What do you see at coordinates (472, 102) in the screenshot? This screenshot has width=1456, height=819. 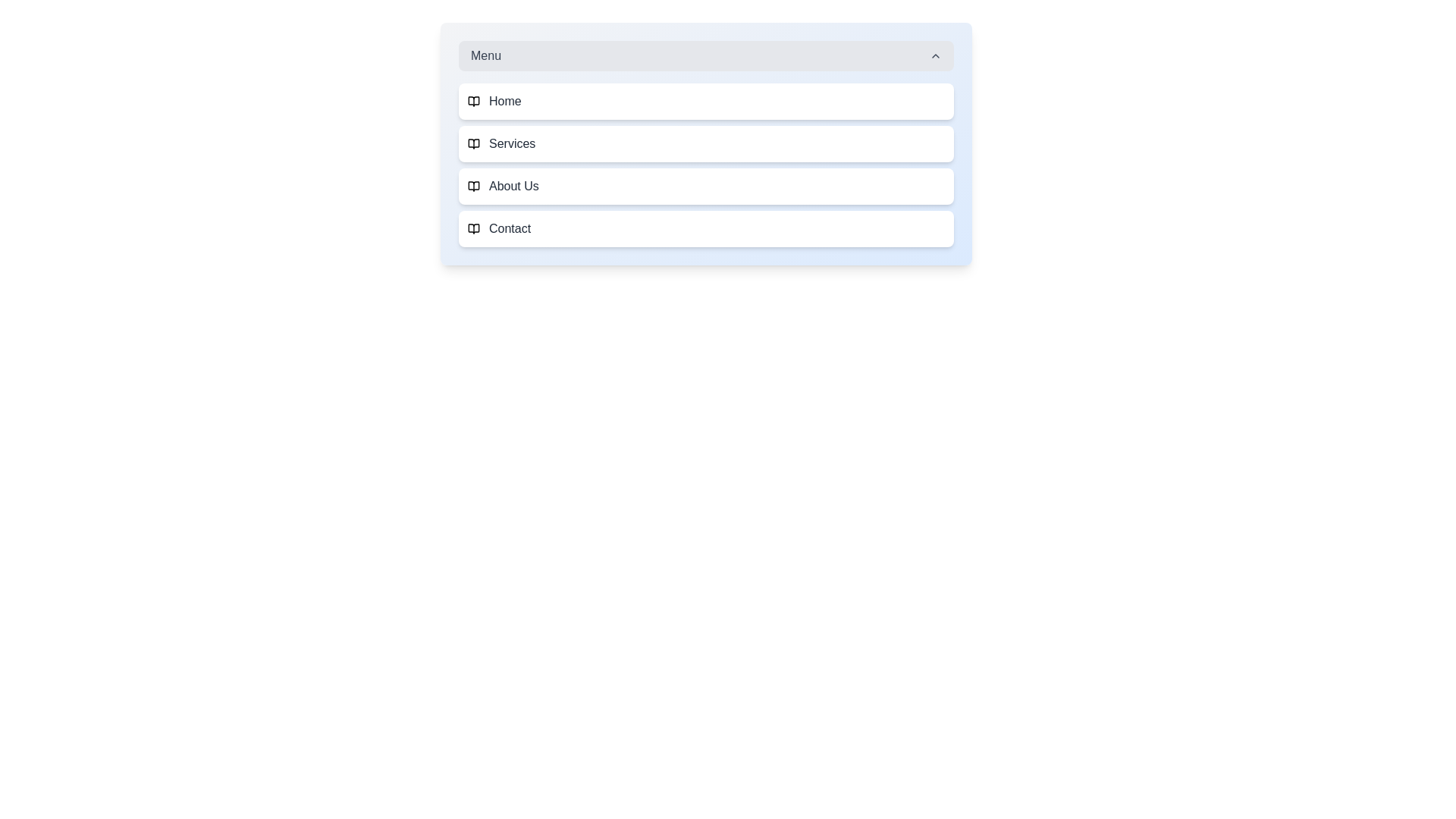 I see `the open book icon located to the left of the 'Home' text in the menu panel` at bounding box center [472, 102].